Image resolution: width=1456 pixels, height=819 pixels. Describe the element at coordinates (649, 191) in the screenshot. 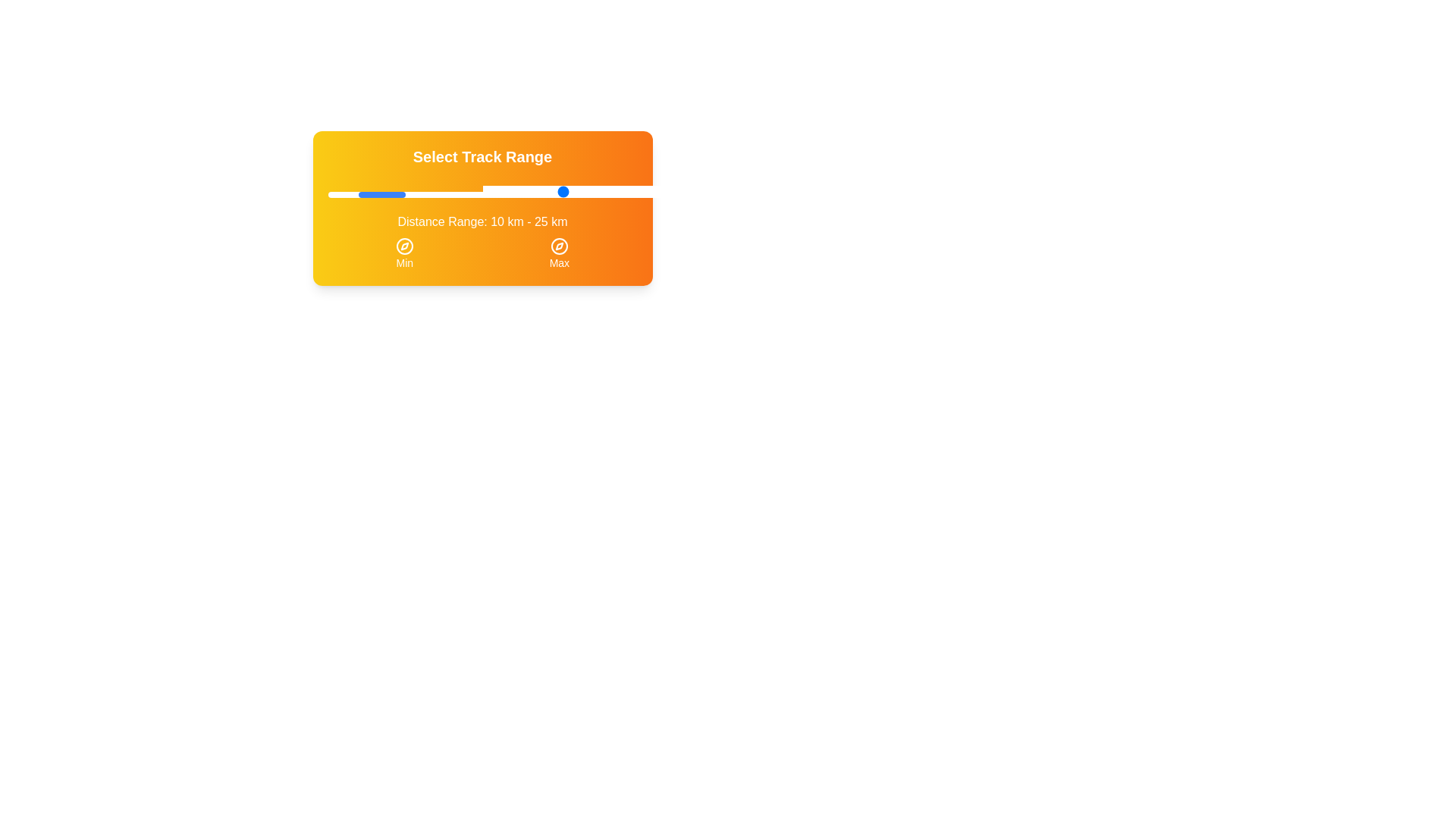

I see `the slider` at that location.